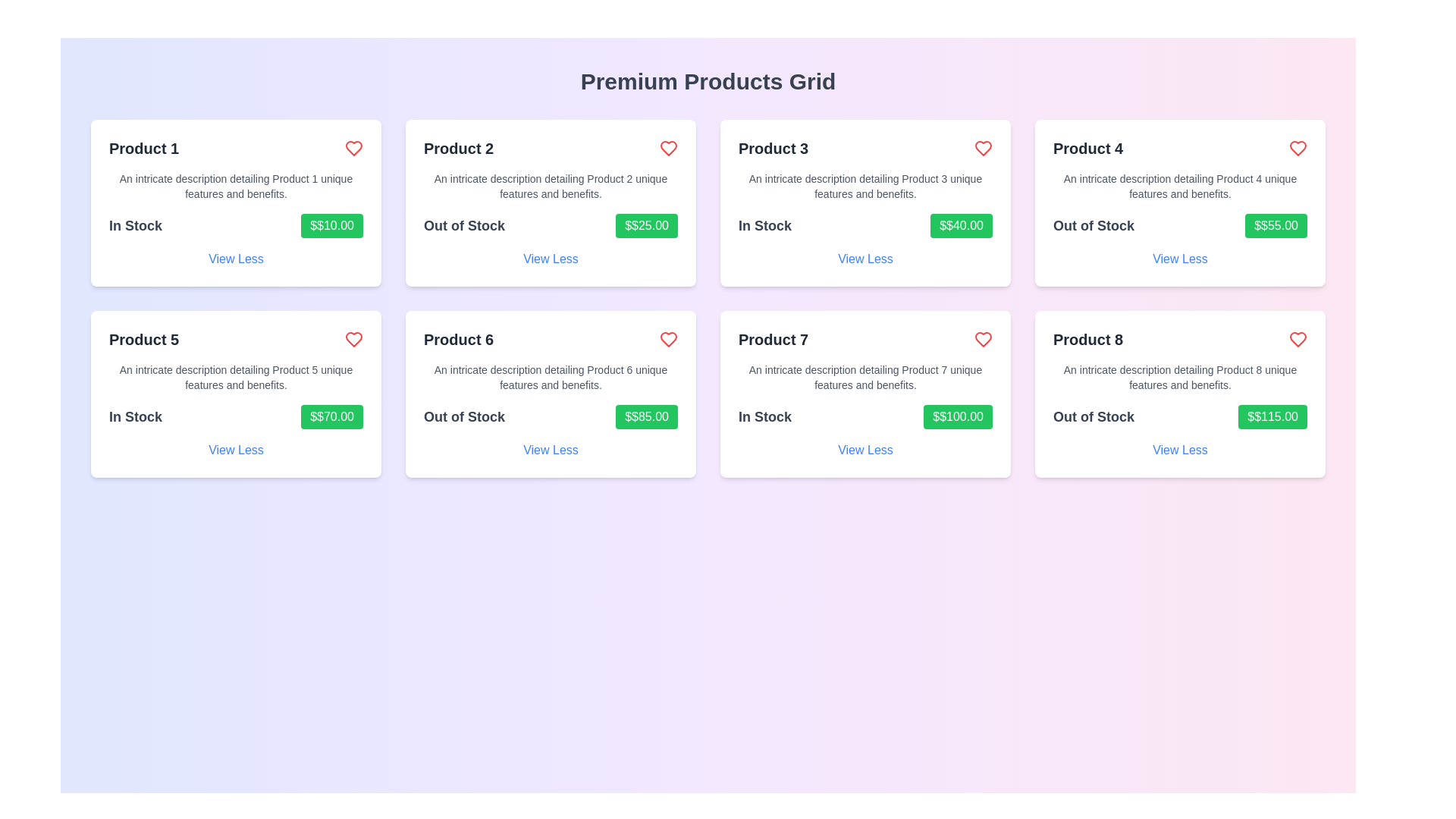 This screenshot has width=1456, height=819. Describe the element at coordinates (331, 225) in the screenshot. I see `the button displaying the text '$$10.00' in bold white on a vivid green background, positioned near the bottom-right corner of the 'Product 1' card` at that location.